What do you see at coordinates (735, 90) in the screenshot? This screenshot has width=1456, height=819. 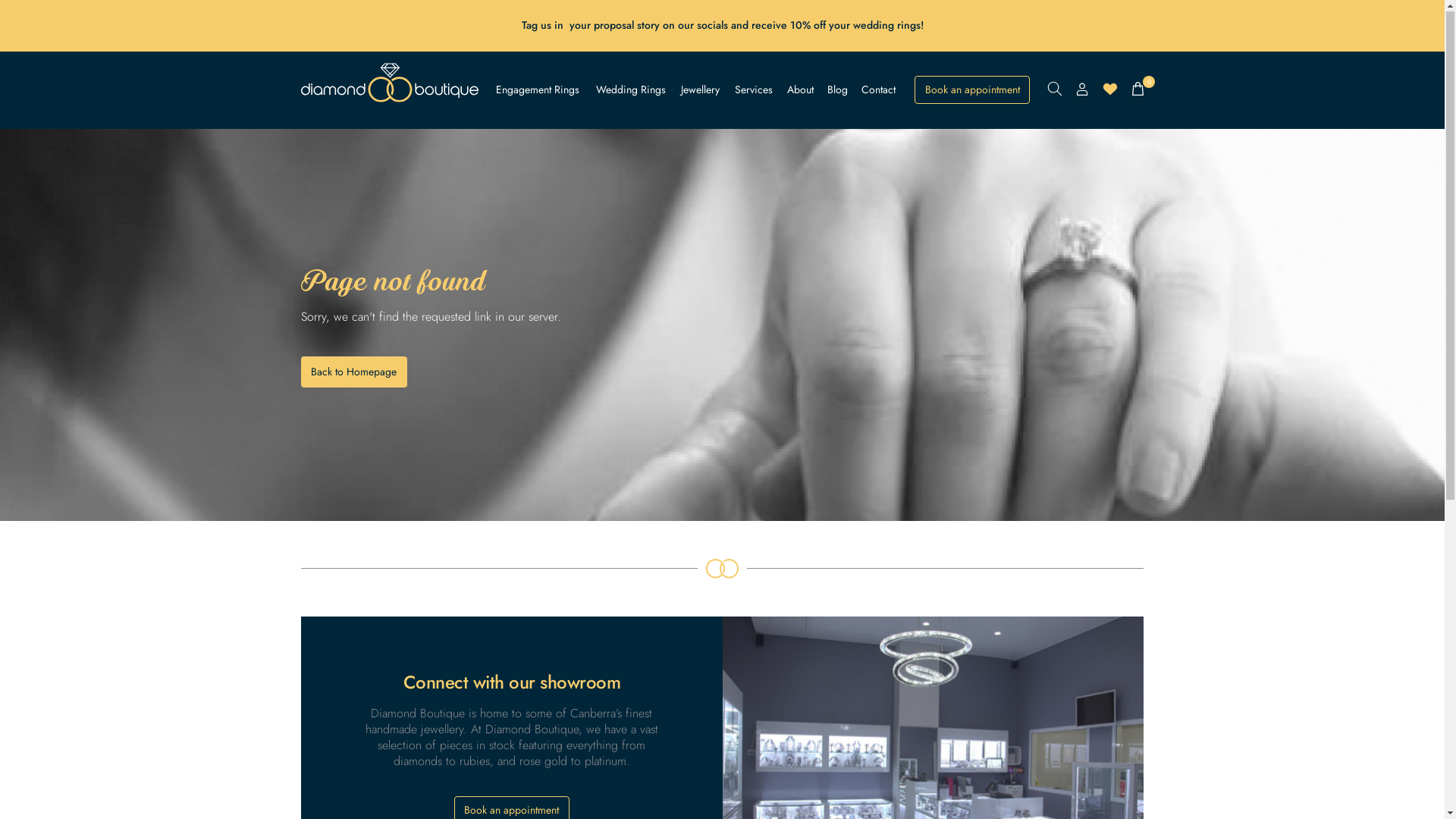 I see `'Services'` at bounding box center [735, 90].